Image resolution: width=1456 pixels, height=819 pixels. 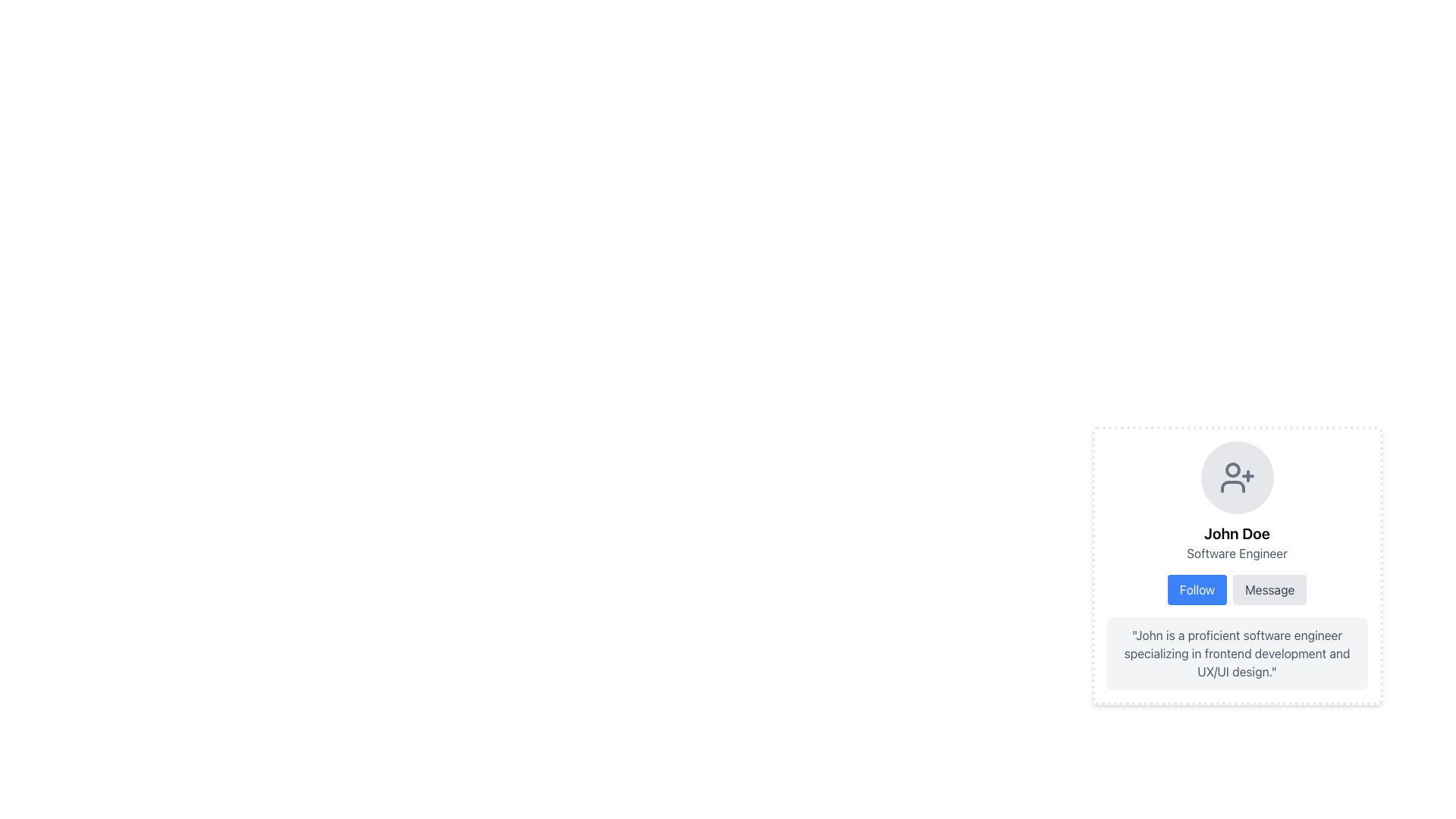 I want to click on the small circular decorative element representing a dot within the user profile icon on the profile card of 'John Doe', so click(x=1232, y=469).